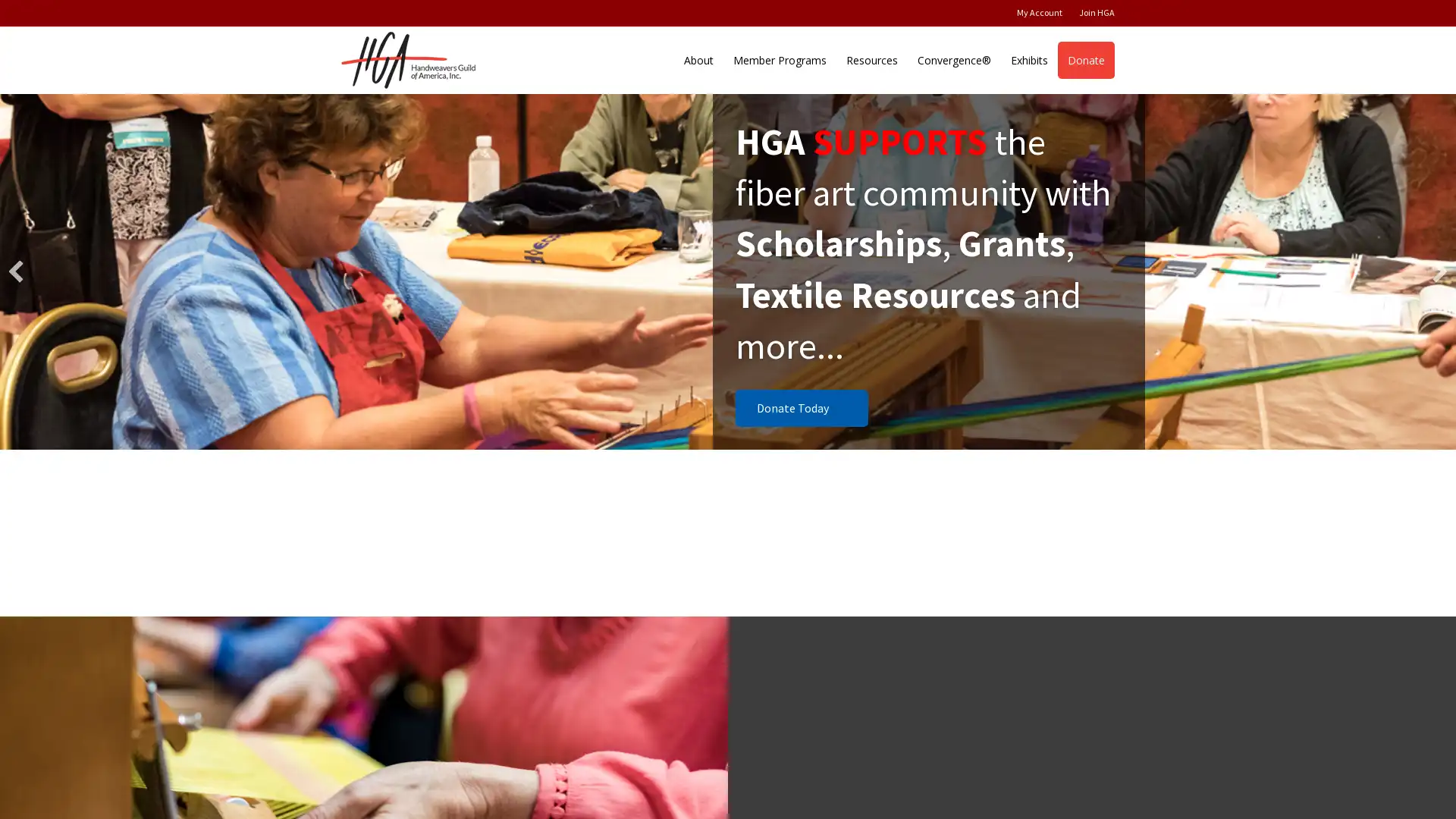  What do you see at coordinates (792, 406) in the screenshot?
I see `Join Today` at bounding box center [792, 406].